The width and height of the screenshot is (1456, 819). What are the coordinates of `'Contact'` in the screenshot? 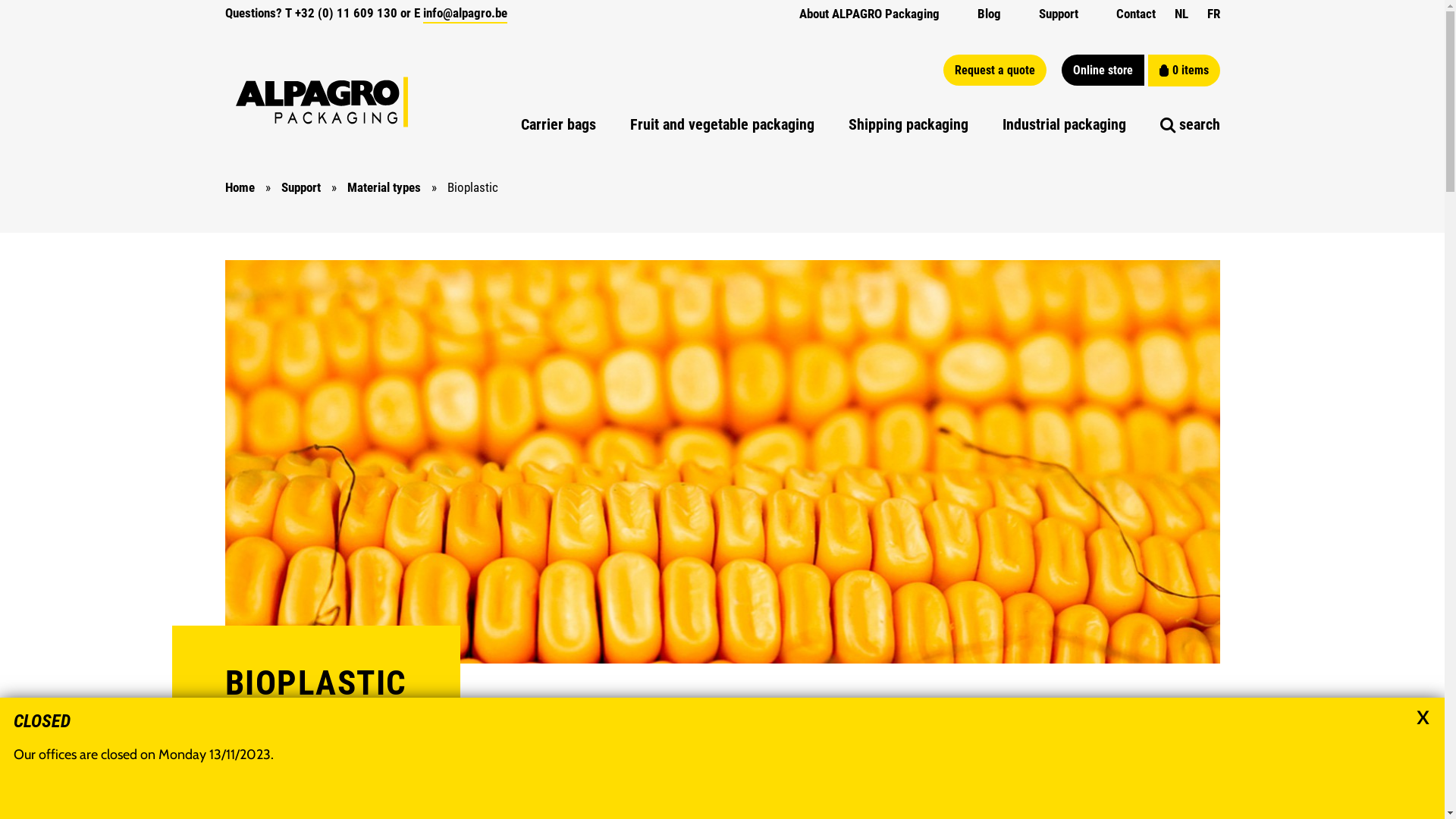 It's located at (1116, 14).